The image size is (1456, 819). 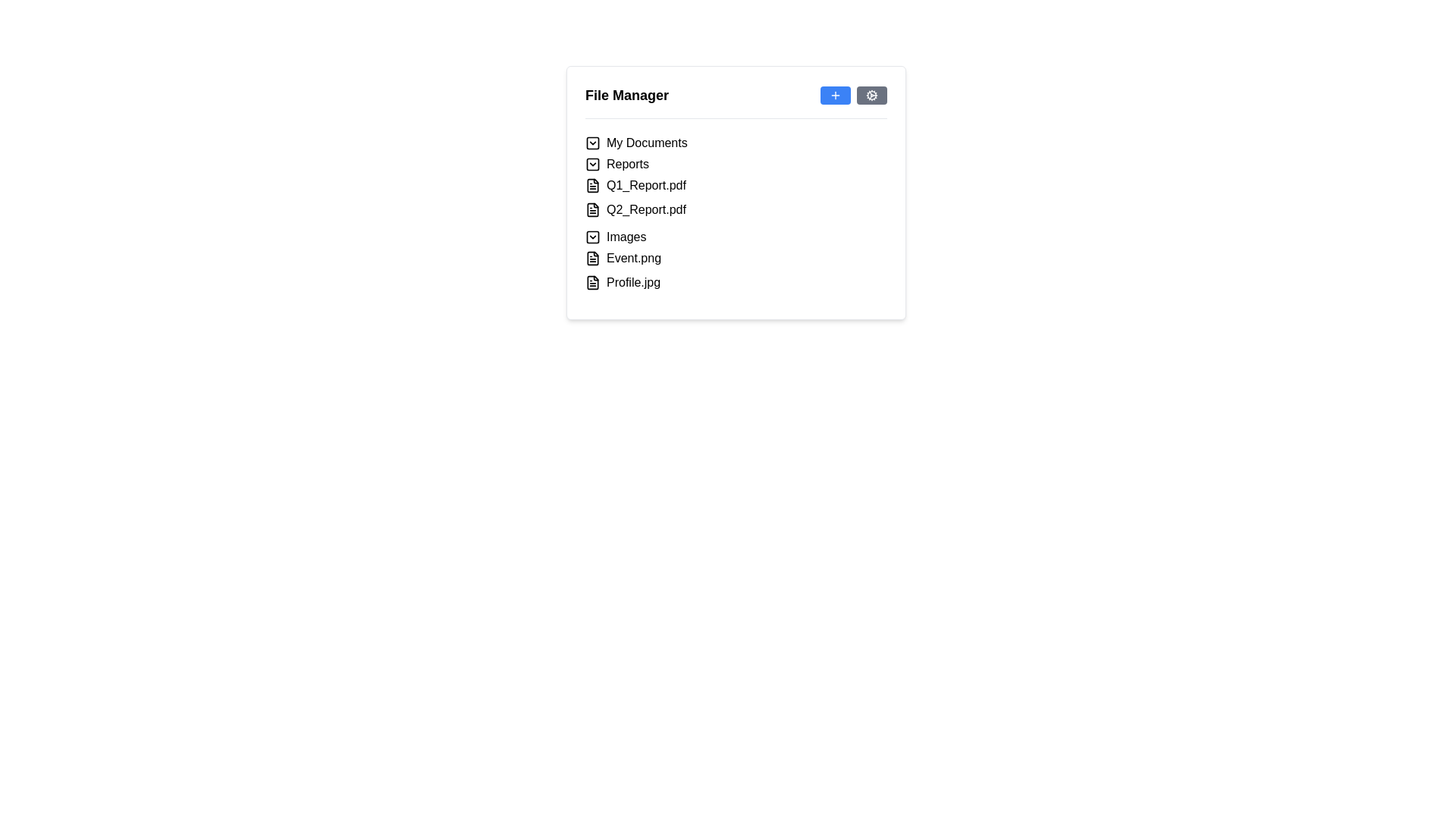 I want to click on the text label displaying 'Event.png' in black font, which is positioned between the 'Images' folder and 'Profile.jpg' file in the file manager interface, so click(x=633, y=257).